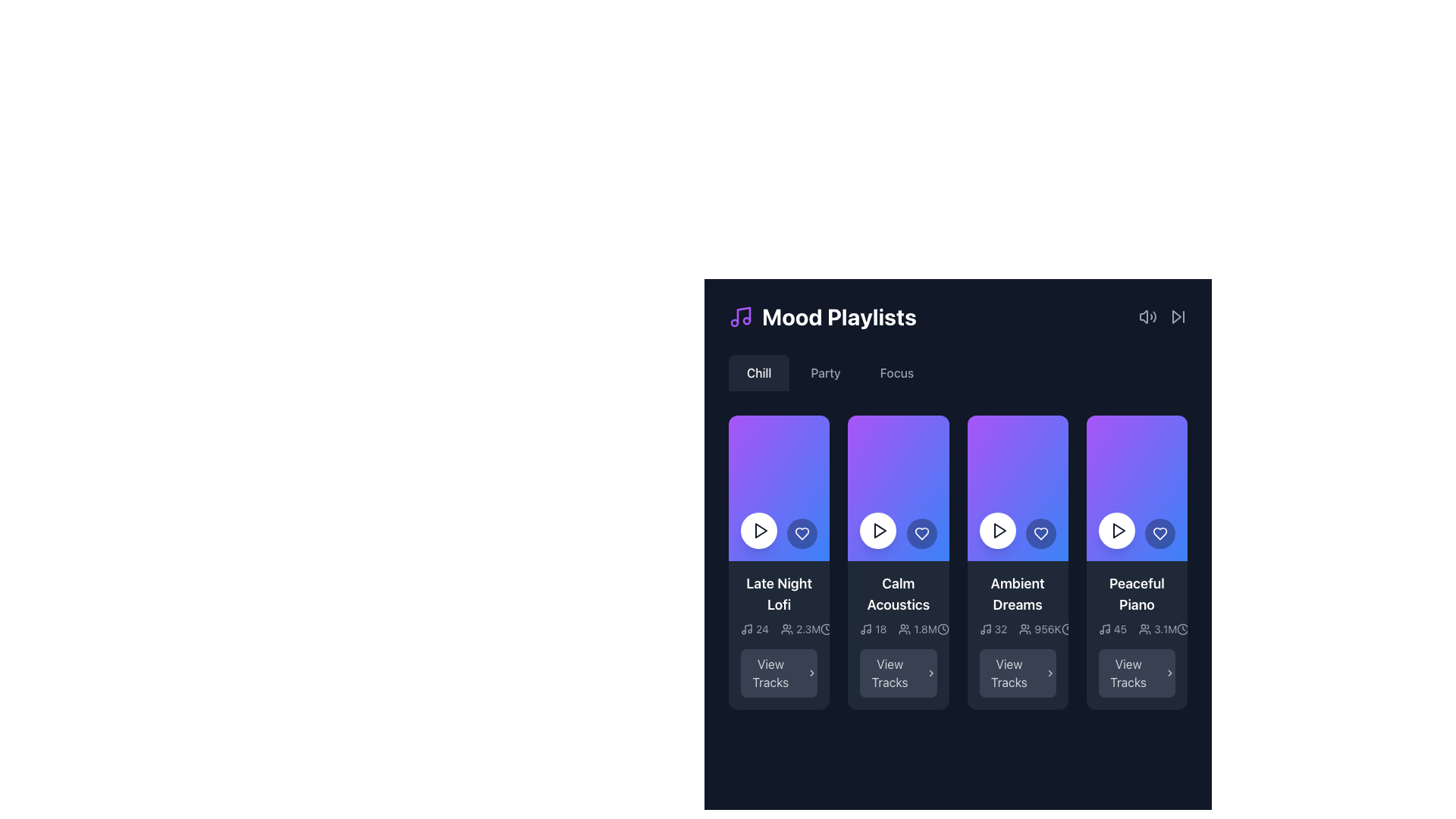  What do you see at coordinates (1159, 533) in the screenshot?
I see `the circular button with a dark, semi-transparent background and a white heart outline` at bounding box center [1159, 533].